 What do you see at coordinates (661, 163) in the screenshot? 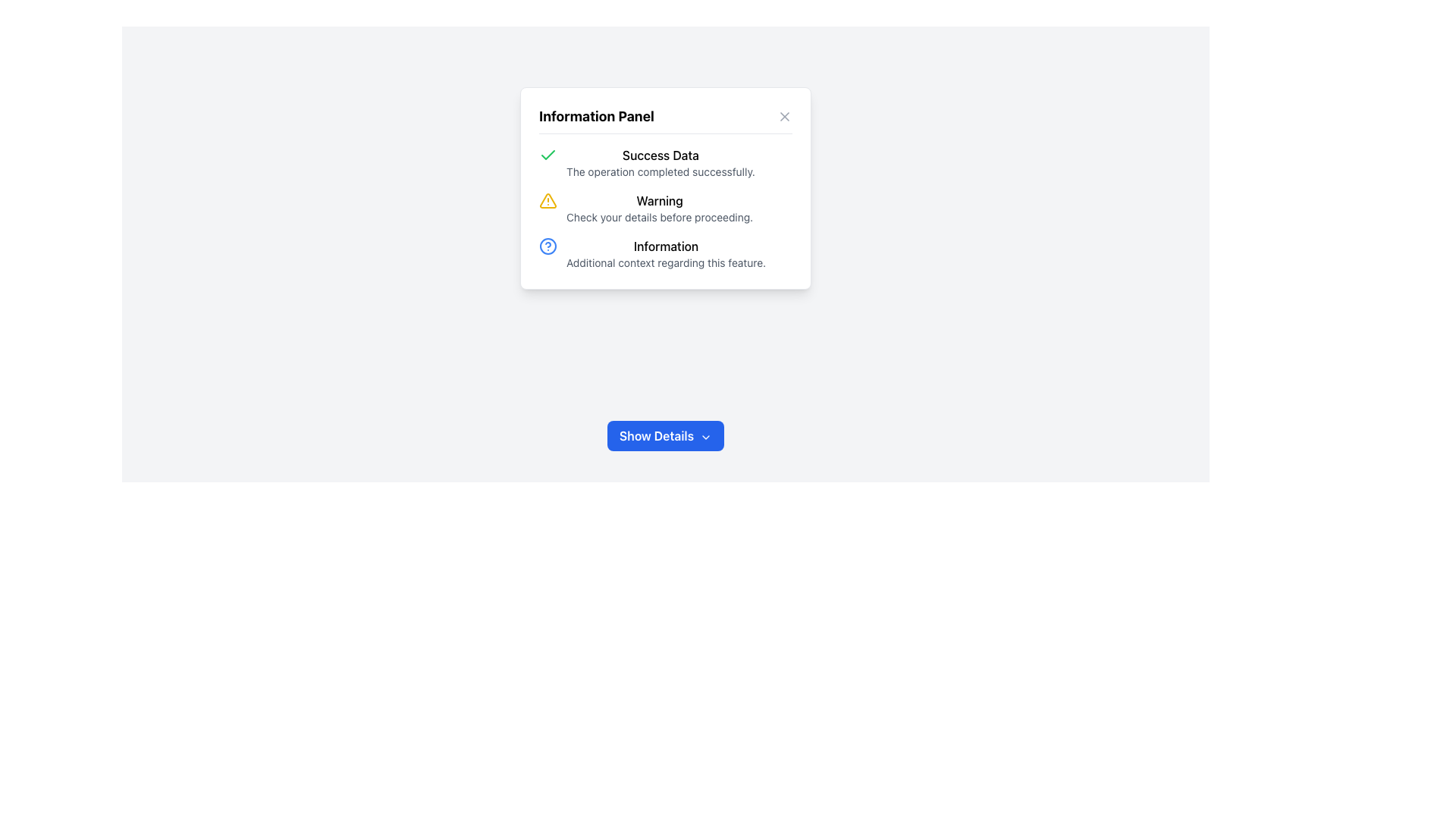
I see `success message displayed in the first content section of the information panel, which is located near a green checkmark icon` at bounding box center [661, 163].